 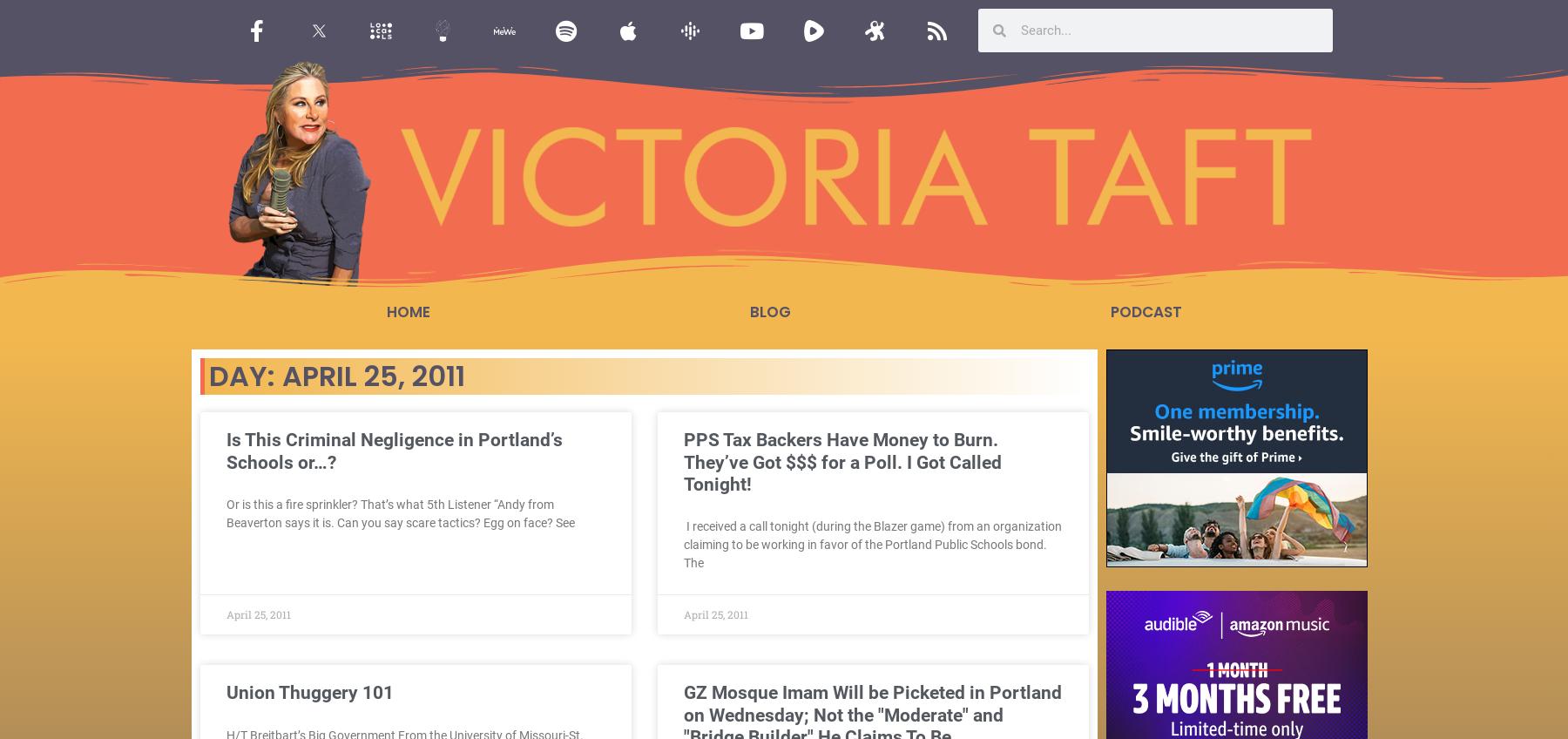 What do you see at coordinates (769, 311) in the screenshot?
I see `'Blog'` at bounding box center [769, 311].